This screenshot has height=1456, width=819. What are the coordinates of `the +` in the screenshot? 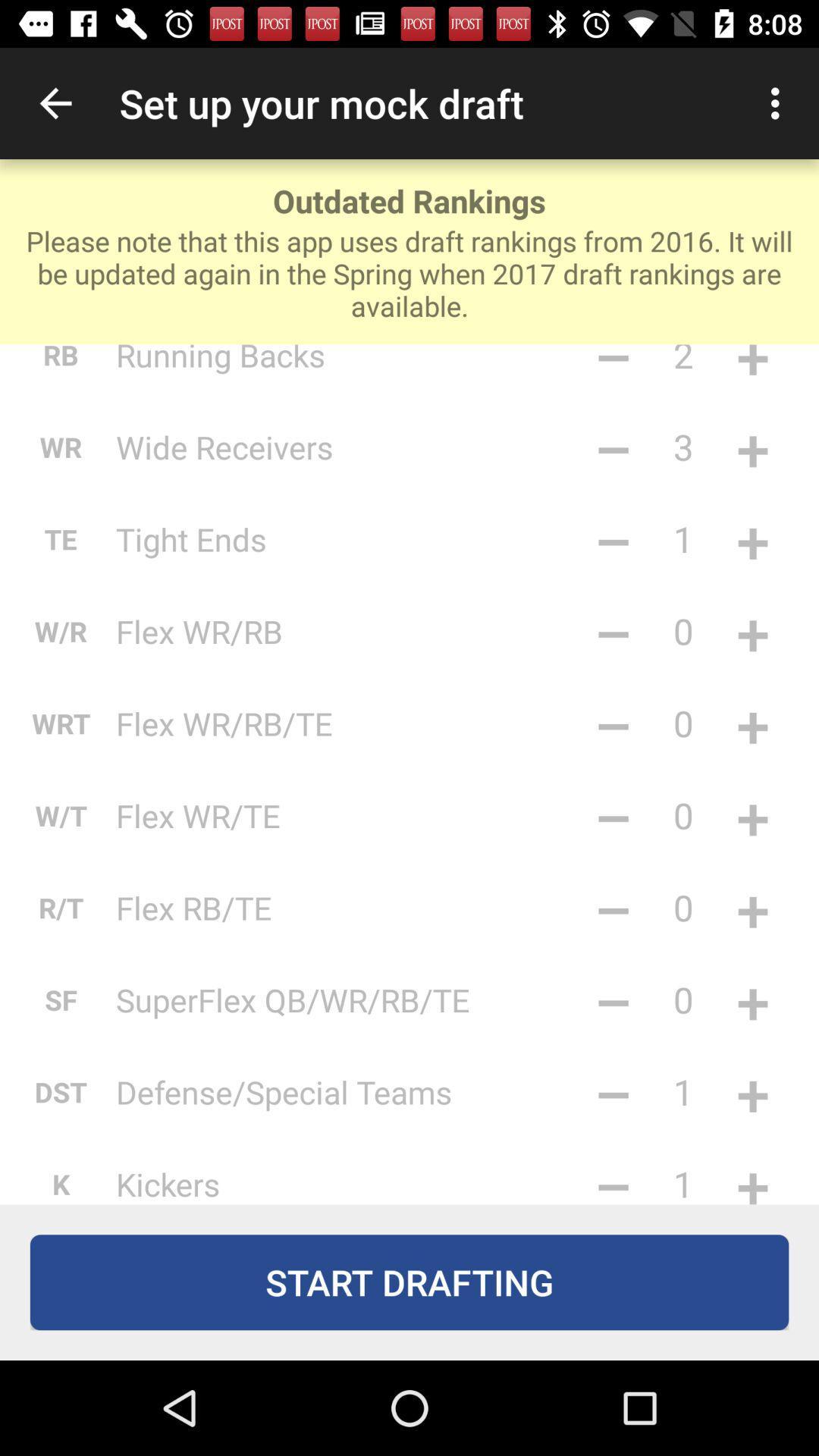 It's located at (752, 538).